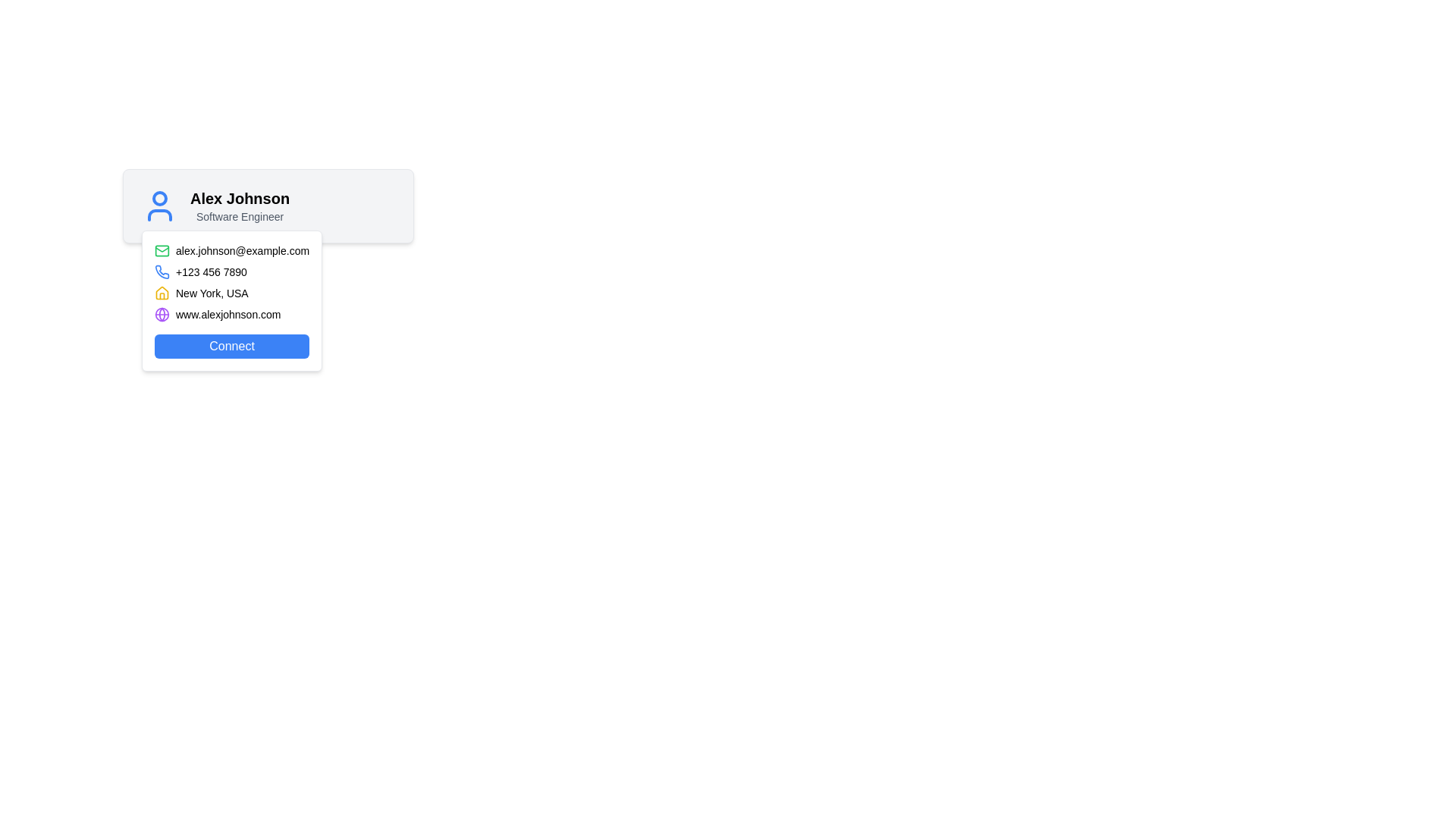 The width and height of the screenshot is (1456, 819). What do you see at coordinates (162, 271) in the screenshot?
I see `the blue phone icon representing the contact information` at bounding box center [162, 271].